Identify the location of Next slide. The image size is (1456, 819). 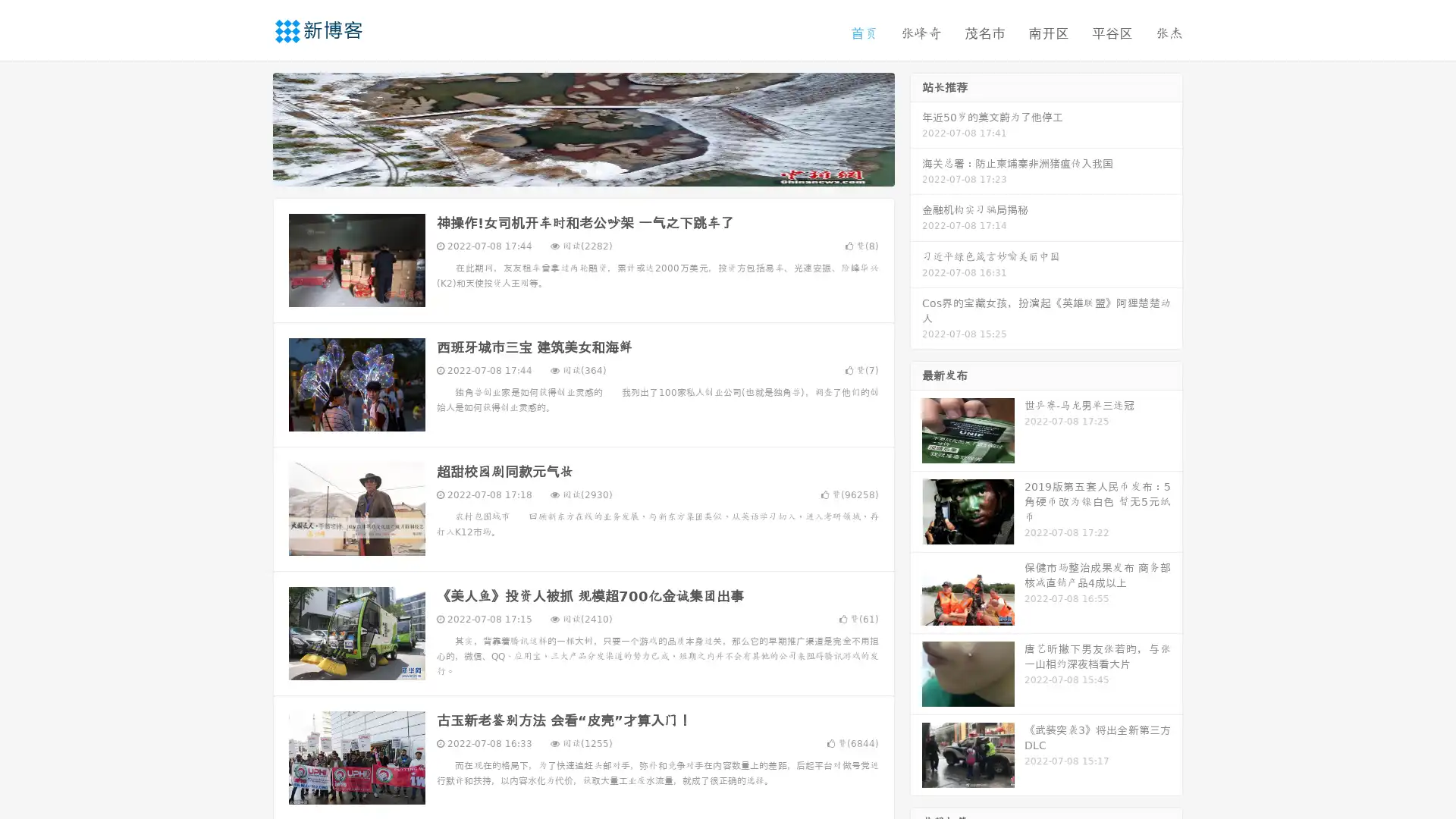
(916, 127).